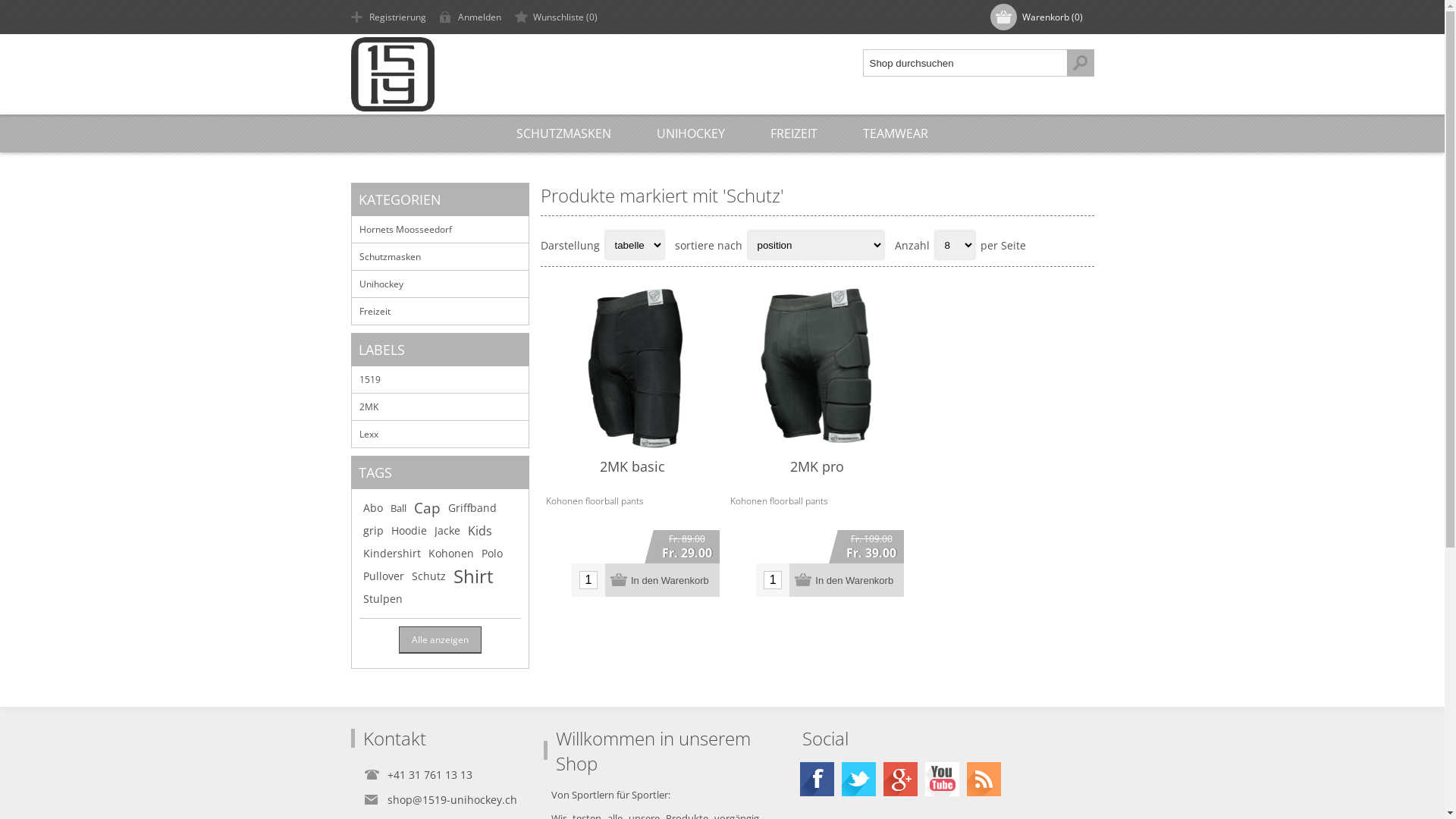 This screenshot has height=819, width=1456. Describe the element at coordinates (432, 529) in the screenshot. I see `'Jacke'` at that location.